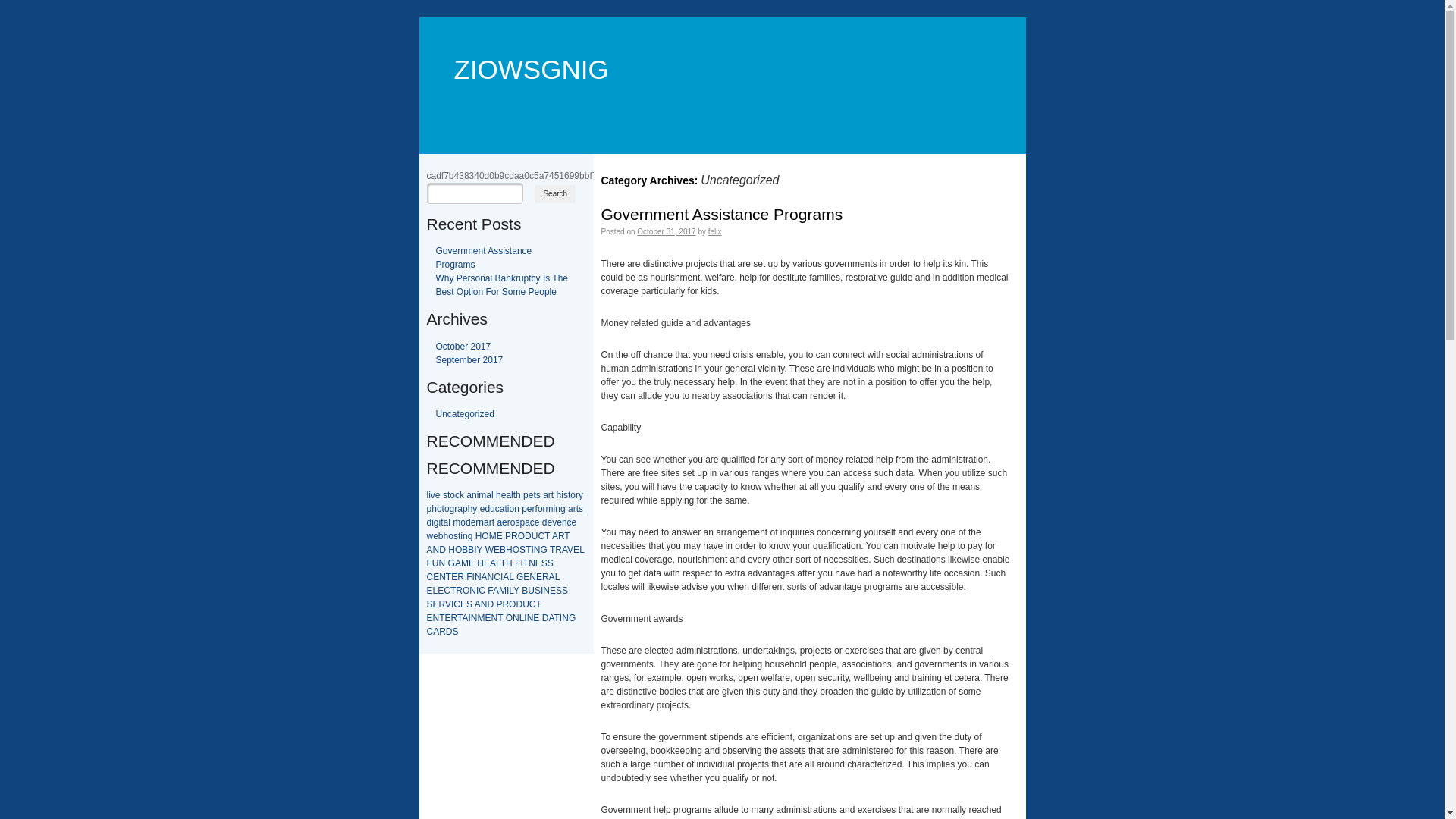 Image resolution: width=1456 pixels, height=819 pixels. What do you see at coordinates (455, 522) in the screenshot?
I see `'m'` at bounding box center [455, 522].